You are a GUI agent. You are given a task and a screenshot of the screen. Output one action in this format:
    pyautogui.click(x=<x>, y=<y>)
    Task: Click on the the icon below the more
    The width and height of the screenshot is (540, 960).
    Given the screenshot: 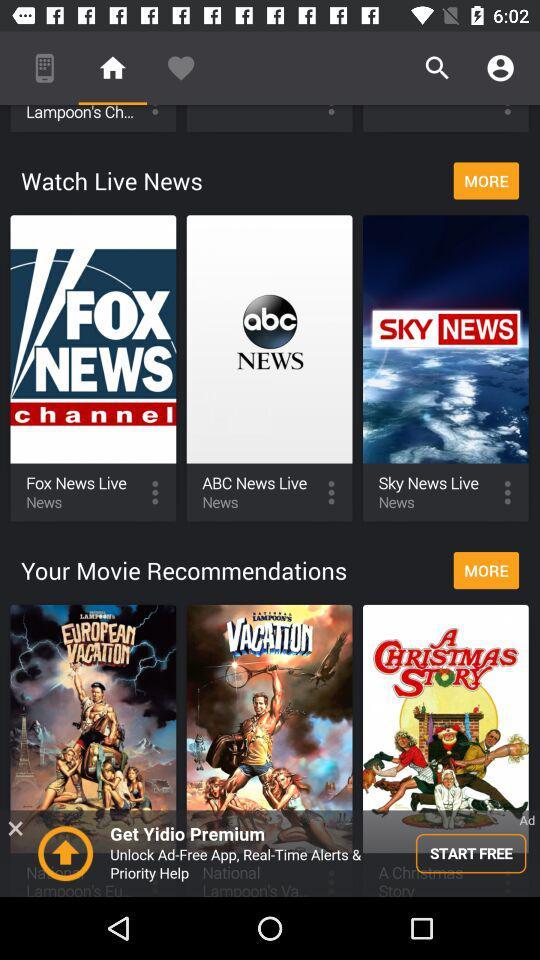 What is the action you would take?
    pyautogui.click(x=270, y=852)
    